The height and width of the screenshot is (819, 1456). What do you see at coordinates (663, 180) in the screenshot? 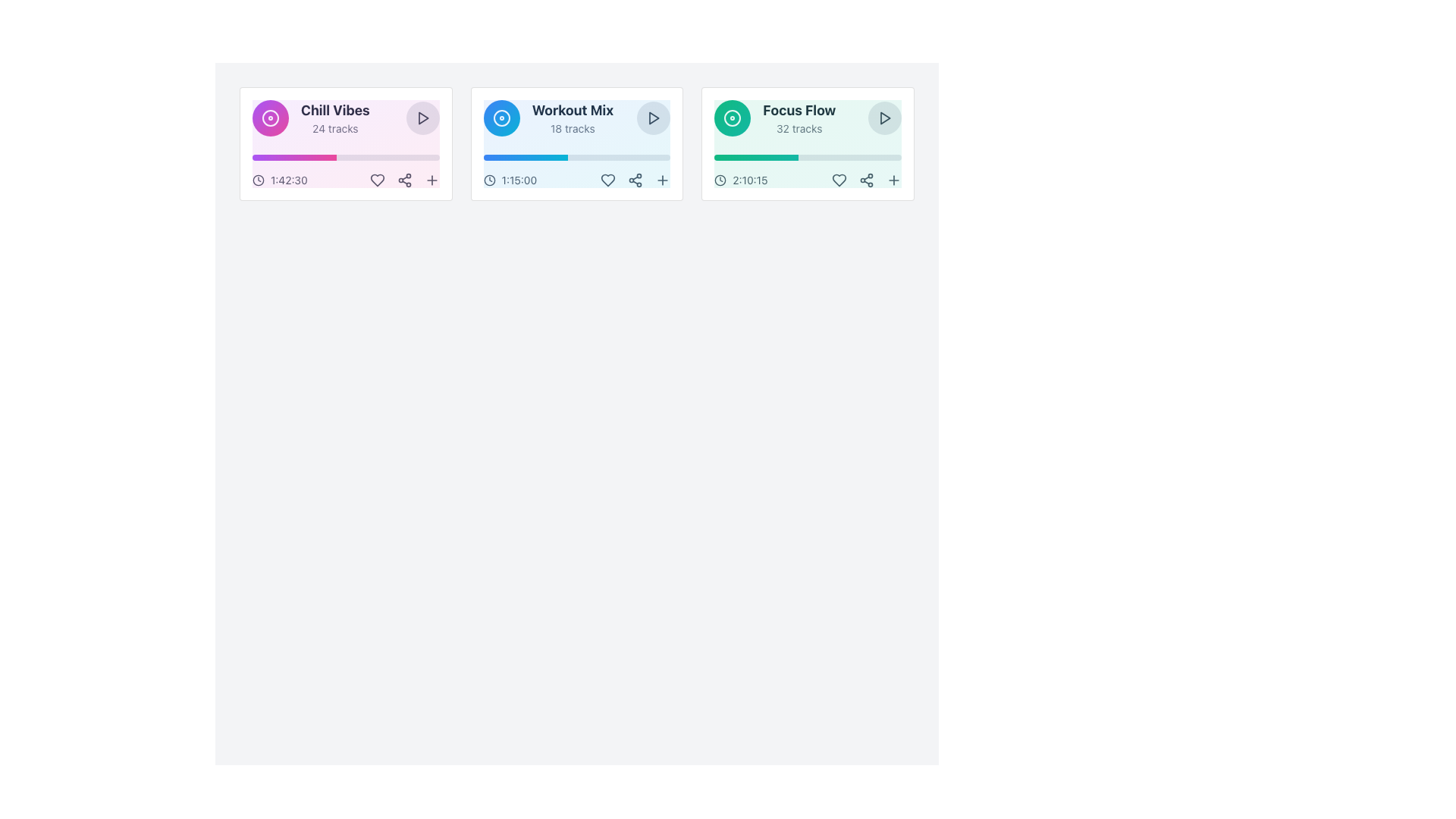
I see `the action button located at the bottom-right corner of the 'Workout Mix' card` at bounding box center [663, 180].